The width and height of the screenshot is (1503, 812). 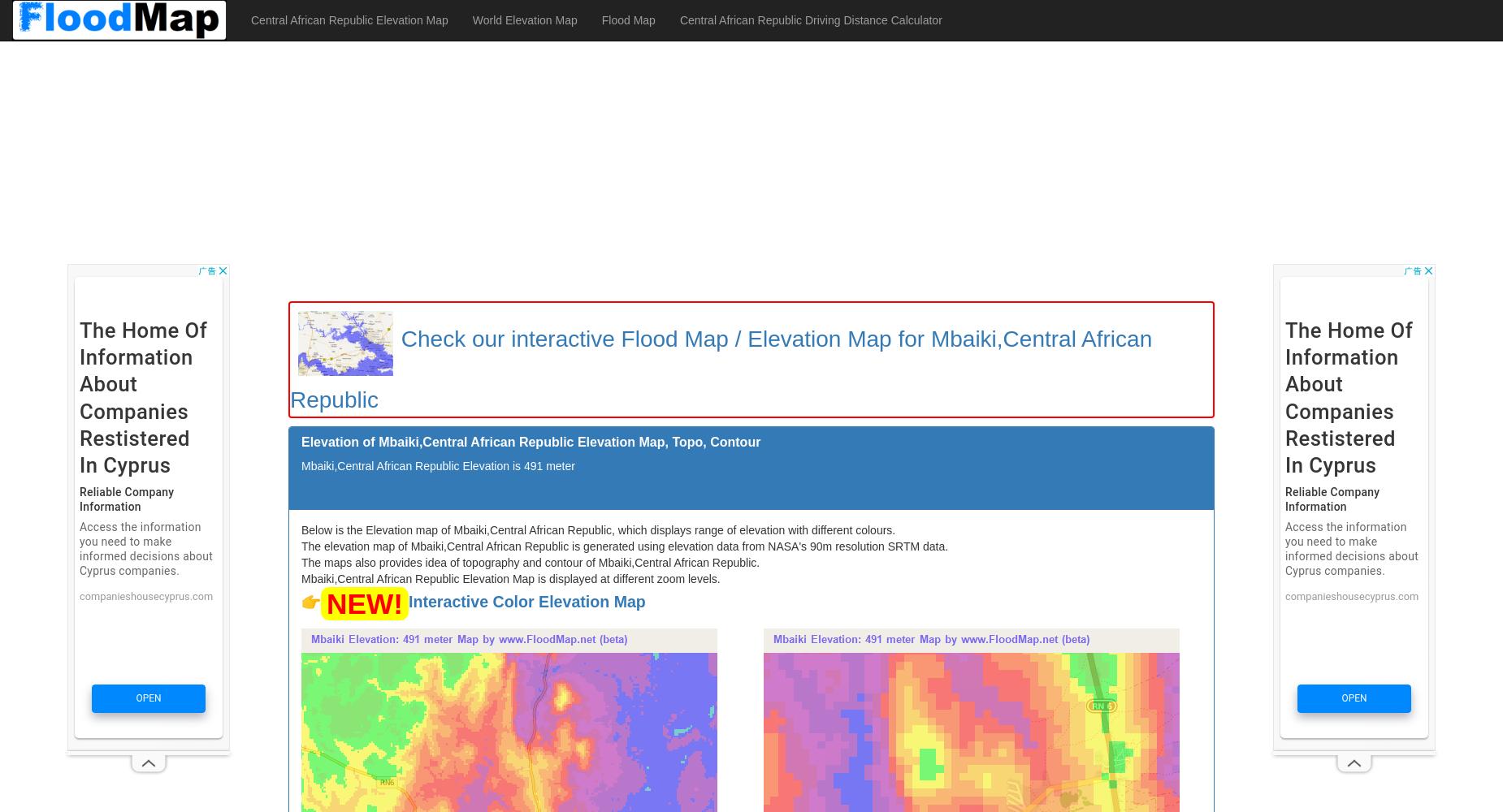 I want to click on 'Central African Republic Elevation Map', so click(x=348, y=20).